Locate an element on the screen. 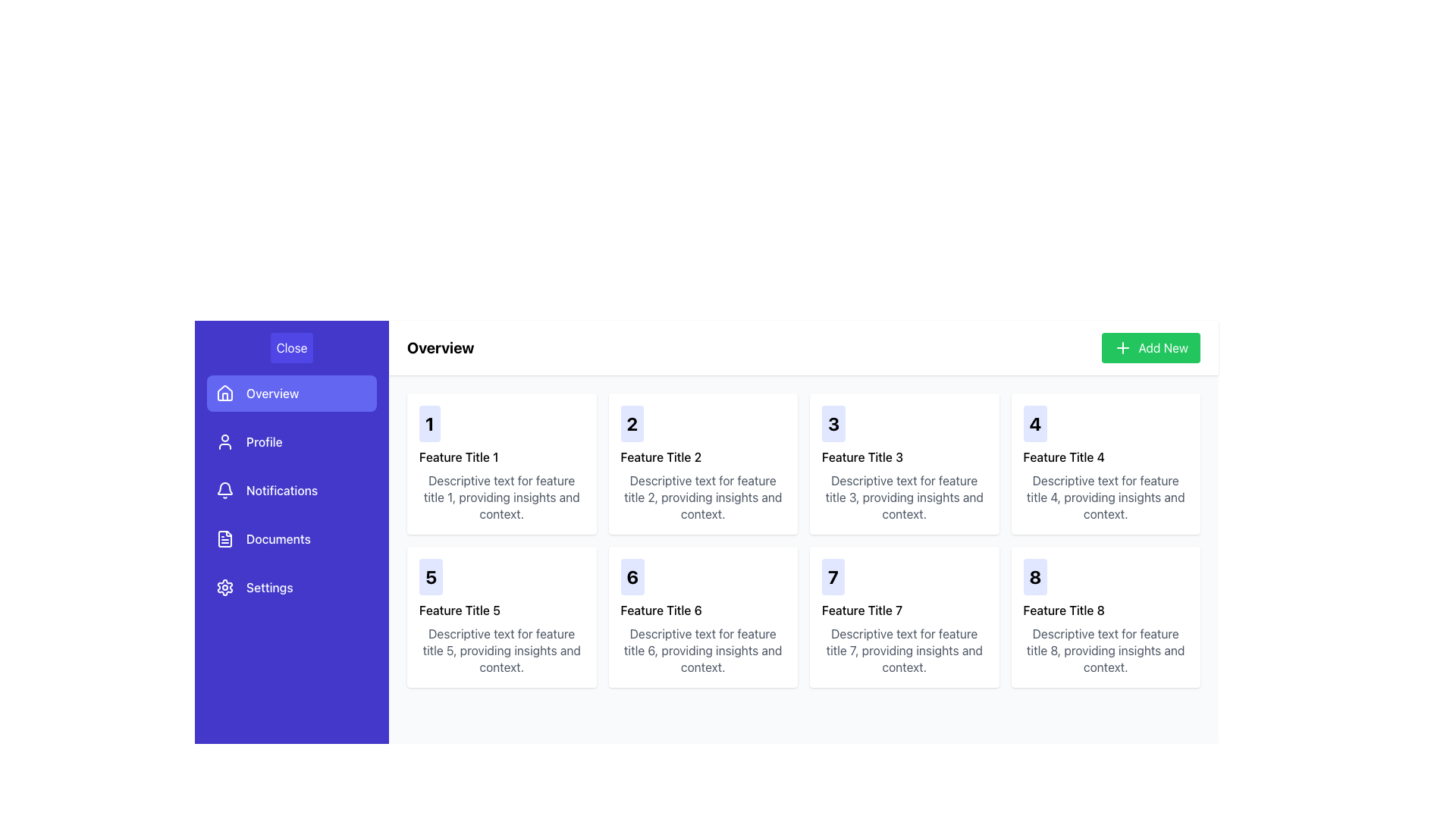  the 'Documents' menu item in the sidebar navigation is located at coordinates (291, 538).